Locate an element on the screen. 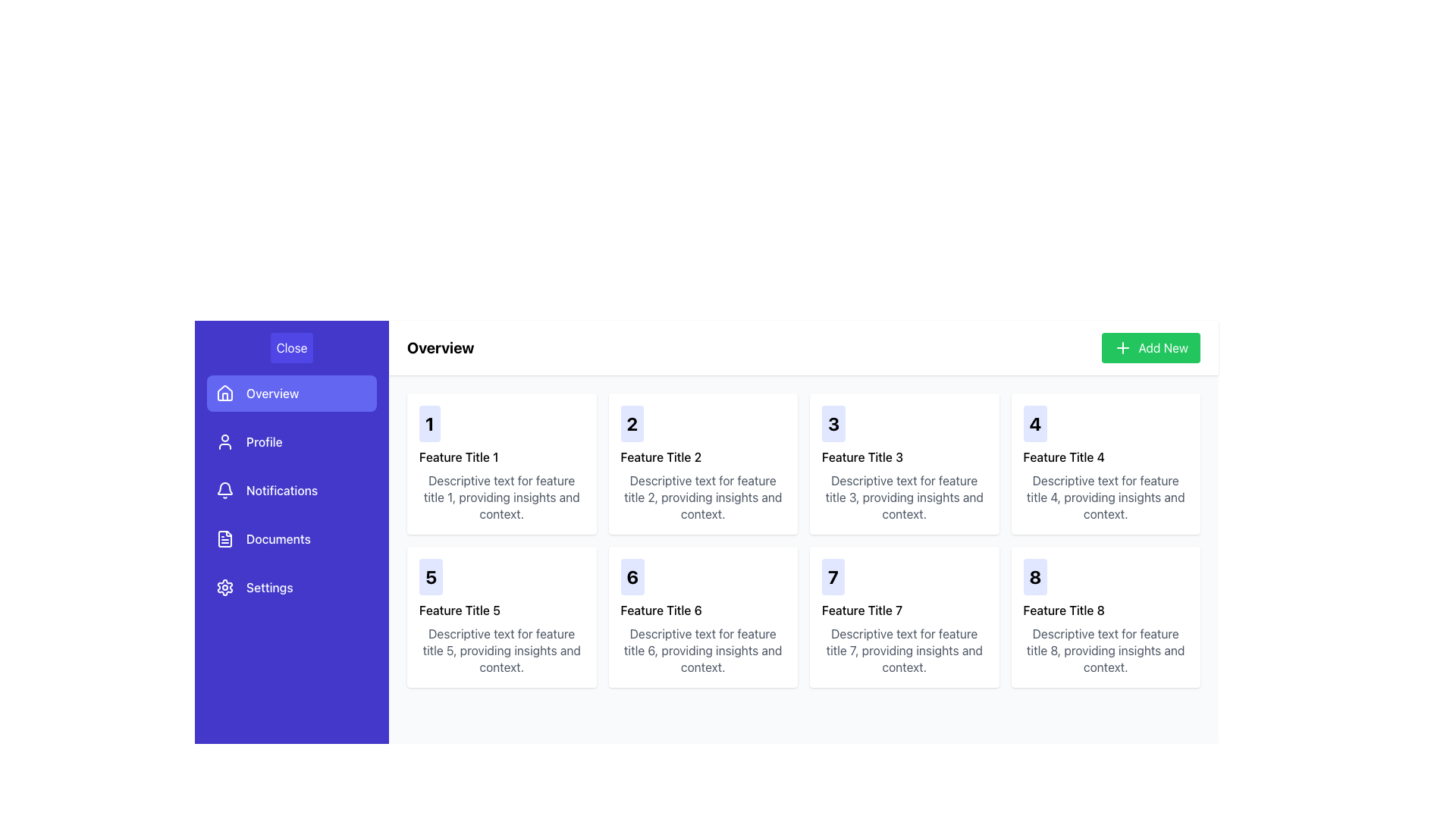  the 'Documents' menu item in the sidebar navigation is located at coordinates (291, 538).